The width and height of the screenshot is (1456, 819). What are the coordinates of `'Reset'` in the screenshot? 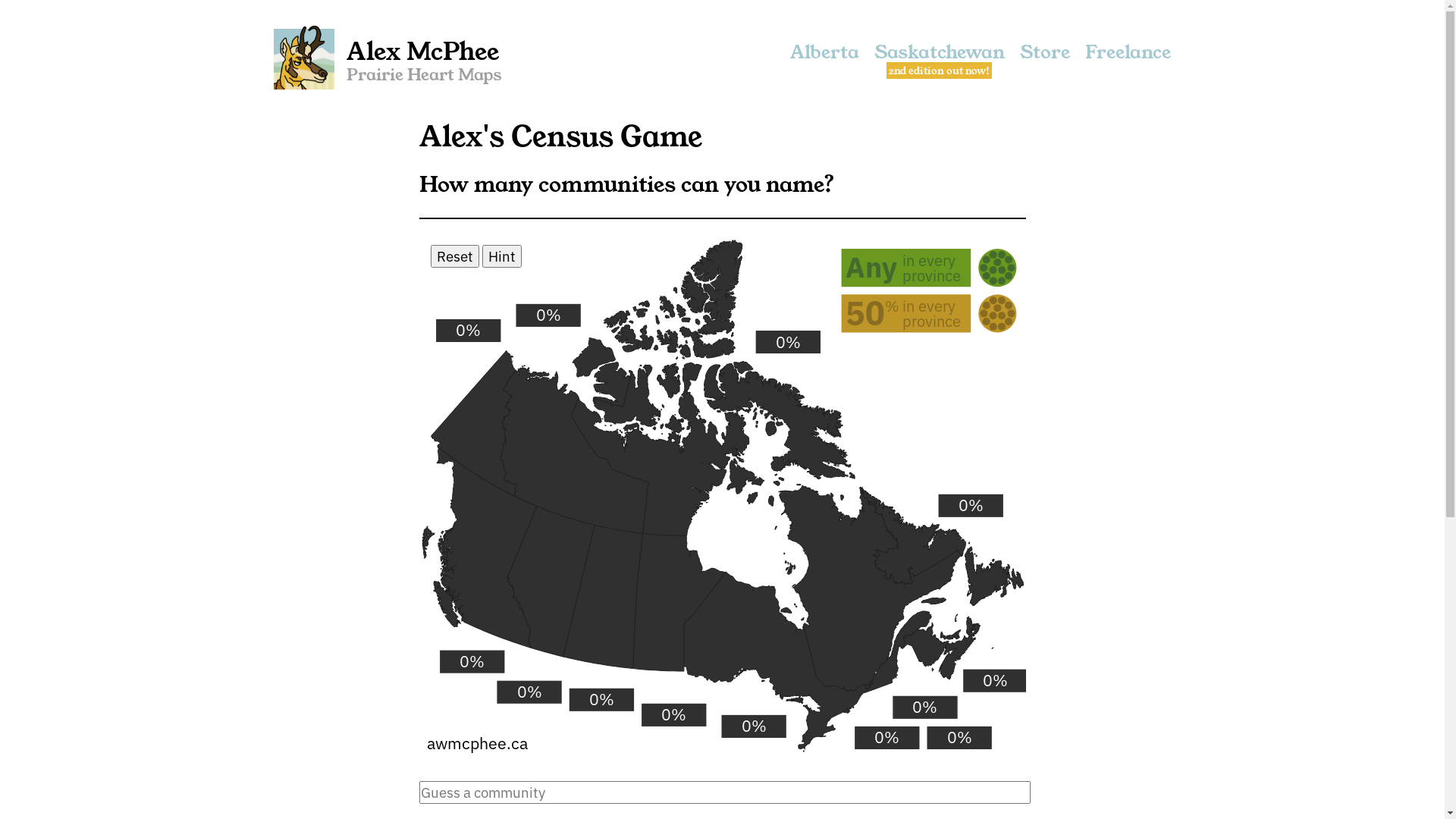 It's located at (454, 256).